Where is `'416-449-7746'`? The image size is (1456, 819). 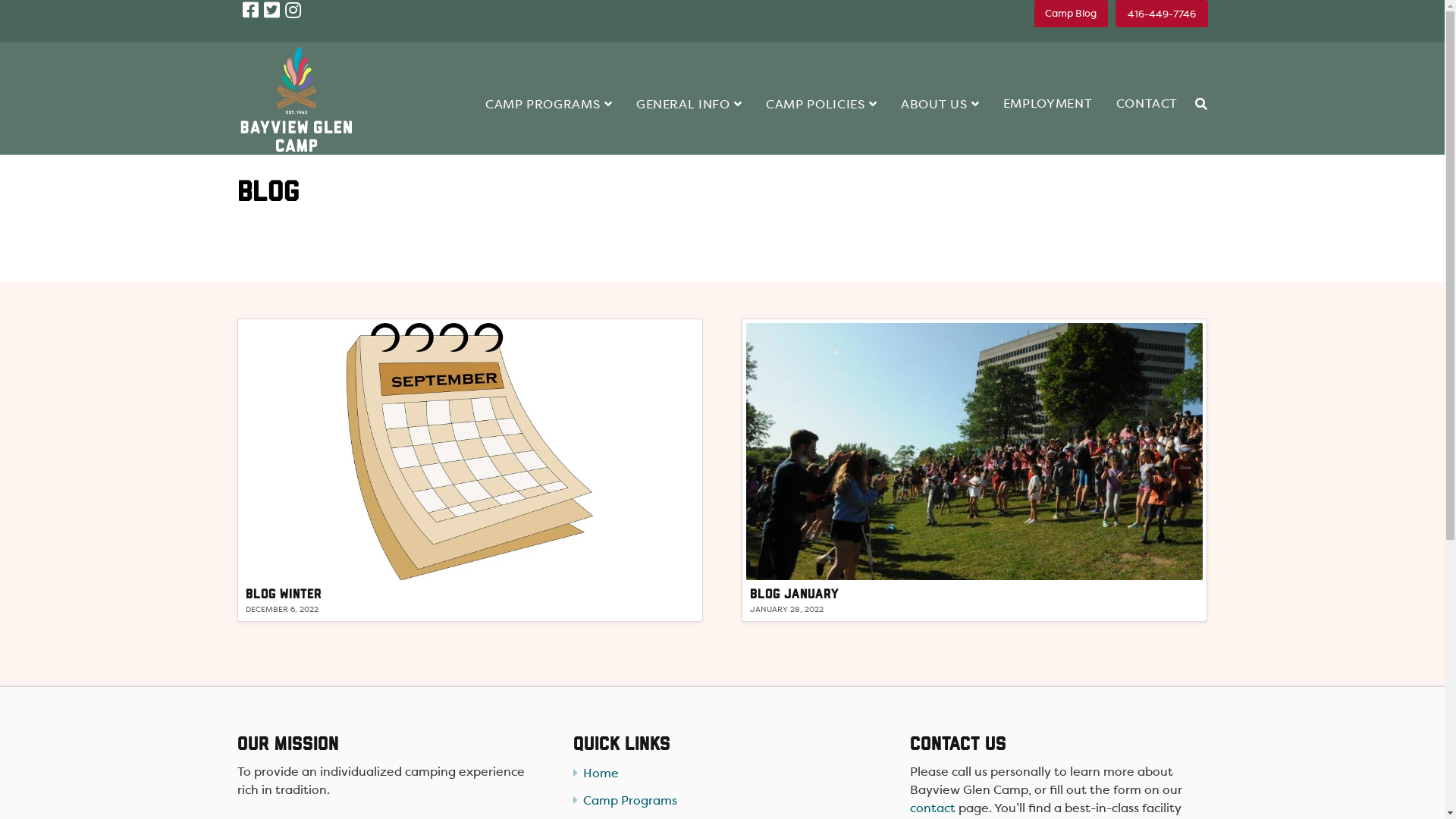
'416-449-7746' is located at coordinates (1115, 14).